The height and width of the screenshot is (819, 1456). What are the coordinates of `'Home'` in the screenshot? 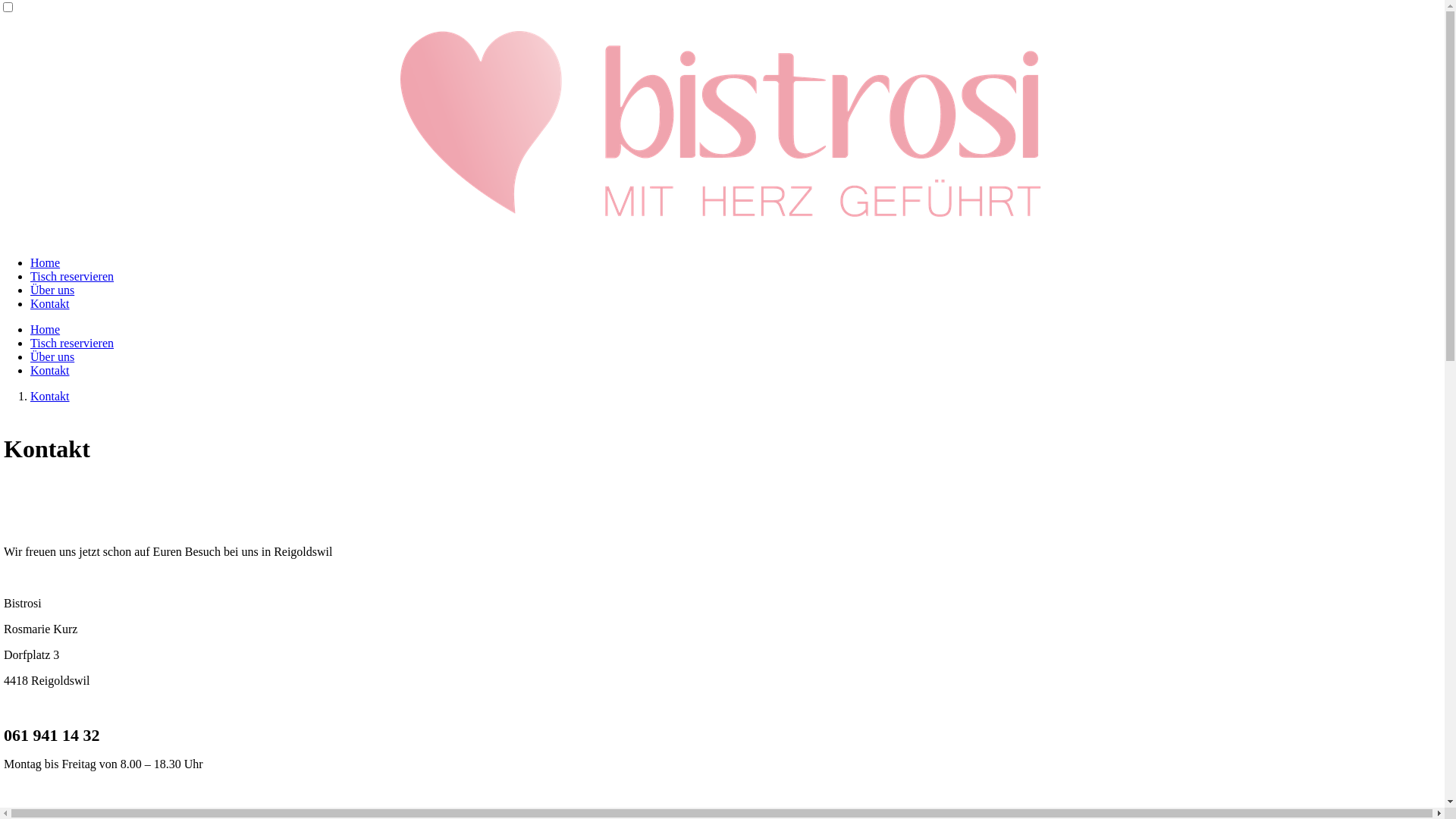 It's located at (45, 262).